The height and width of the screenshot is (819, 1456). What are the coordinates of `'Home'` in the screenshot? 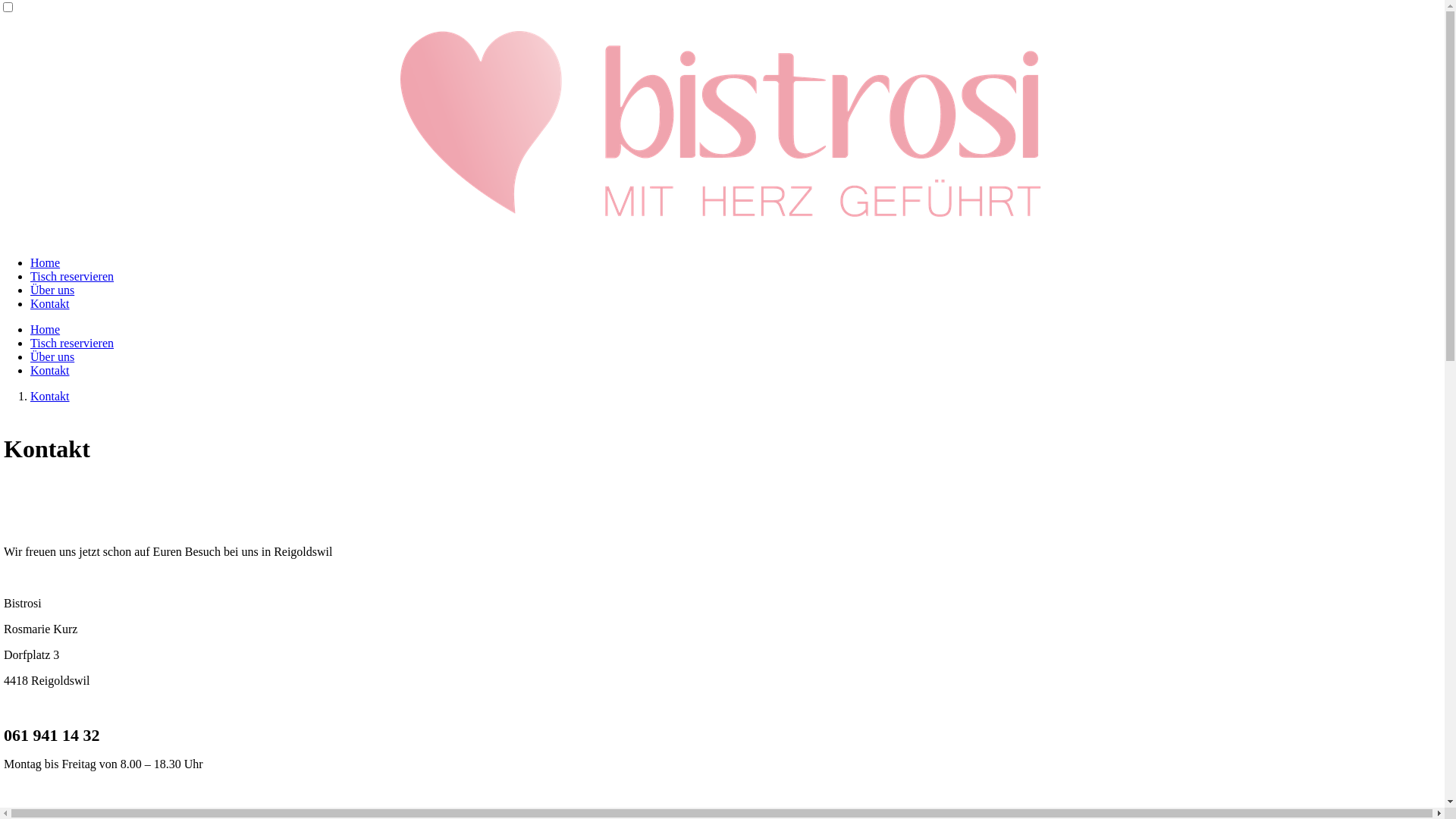 It's located at (45, 262).